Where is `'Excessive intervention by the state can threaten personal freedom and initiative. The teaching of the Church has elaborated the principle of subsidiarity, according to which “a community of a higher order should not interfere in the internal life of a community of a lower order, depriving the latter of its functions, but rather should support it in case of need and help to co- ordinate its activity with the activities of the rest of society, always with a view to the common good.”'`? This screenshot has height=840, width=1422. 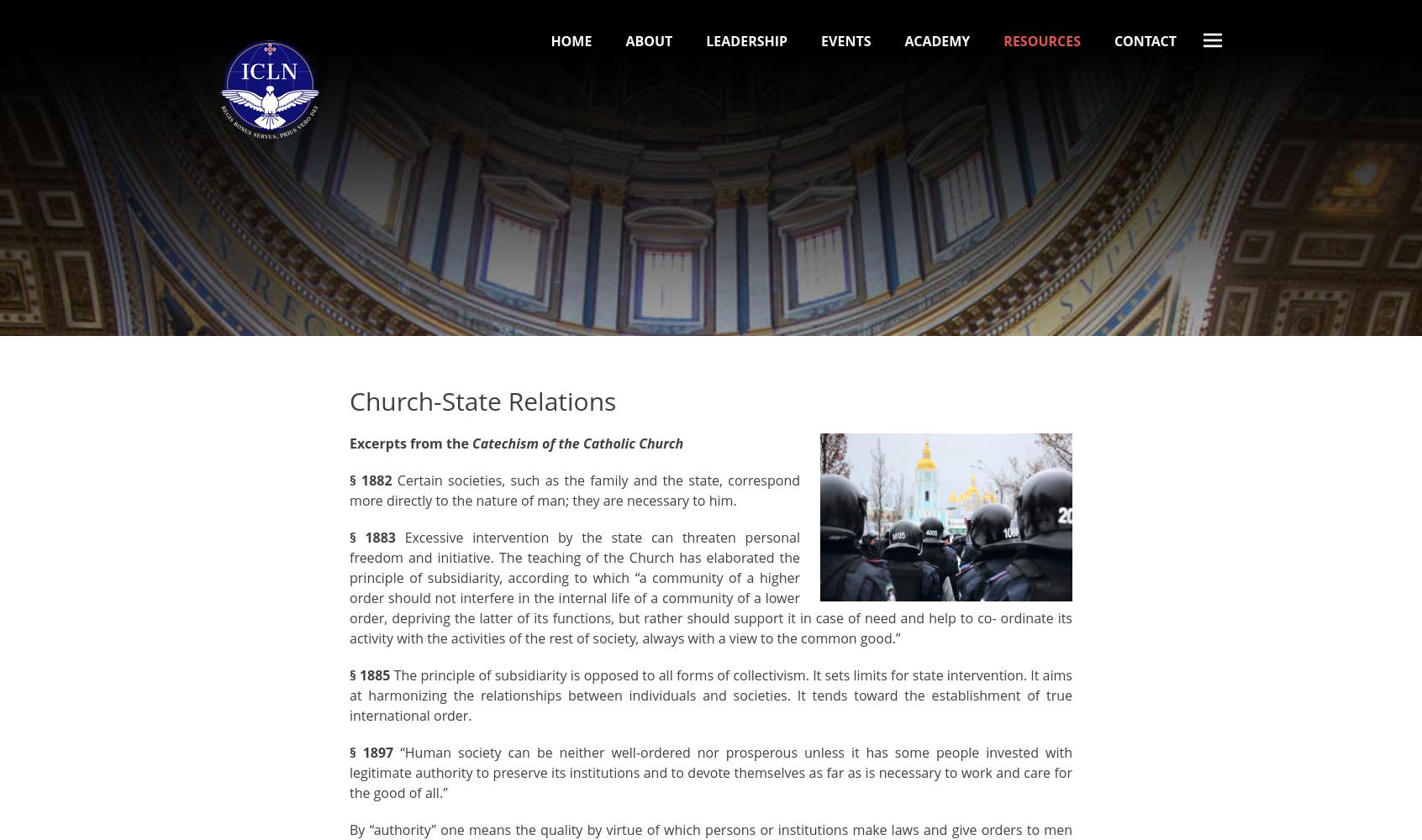
'Excessive intervention by the state can threaten personal freedom and initiative. The teaching of the Church has elaborated the principle of subsidiarity, according to which “a community of a higher order should not interfere in the internal life of a community of a lower order, depriving the latter of its functions, but rather should support it in case of need and help to co- ordinate its activity with the activities of the rest of society, always with a view to the common good.”' is located at coordinates (711, 587).